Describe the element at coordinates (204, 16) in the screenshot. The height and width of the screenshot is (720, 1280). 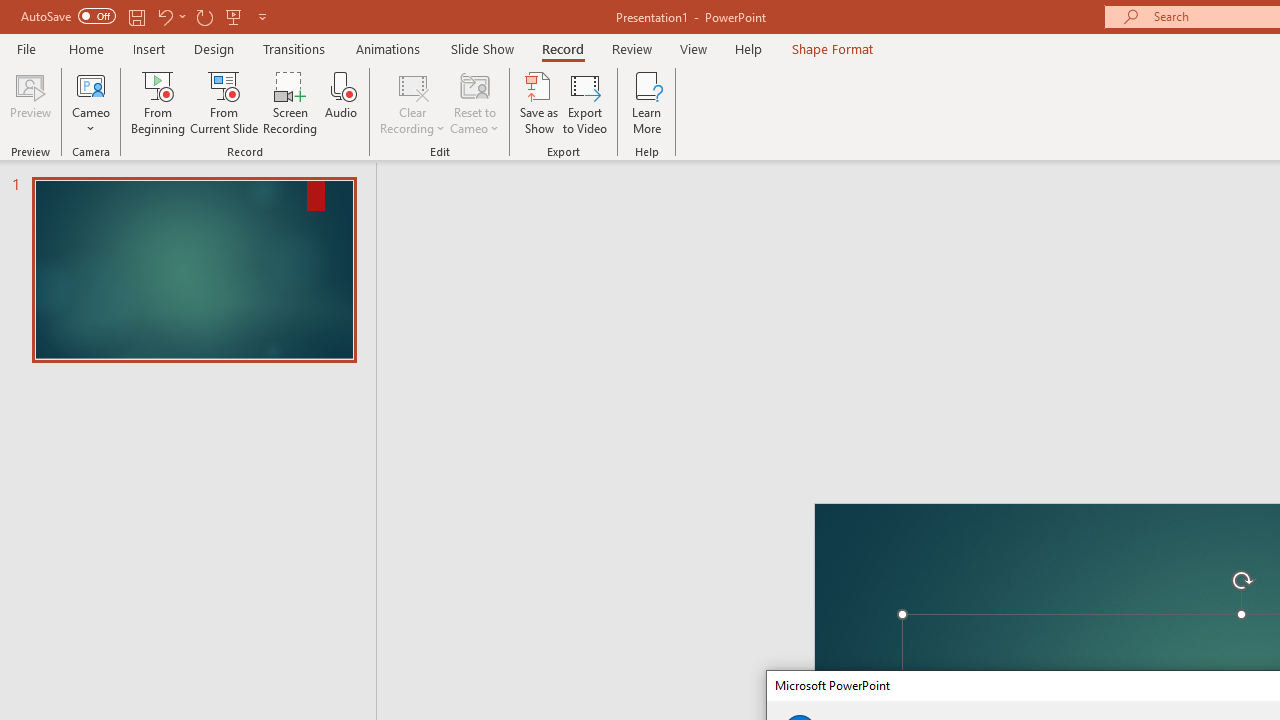
I see `'Redo'` at that location.